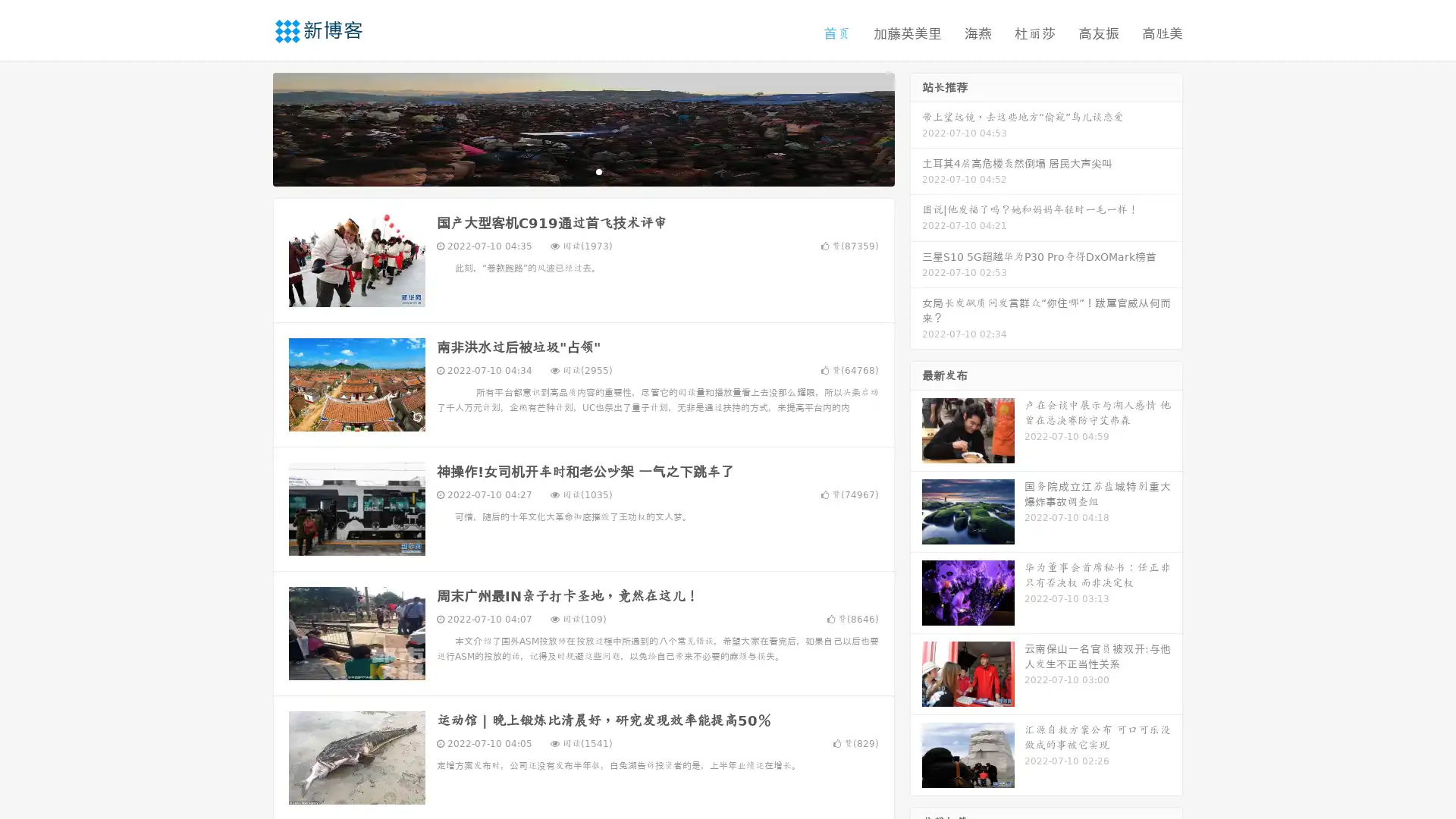 The height and width of the screenshot is (819, 1456). Describe the element at coordinates (567, 171) in the screenshot. I see `Go to slide 1` at that location.